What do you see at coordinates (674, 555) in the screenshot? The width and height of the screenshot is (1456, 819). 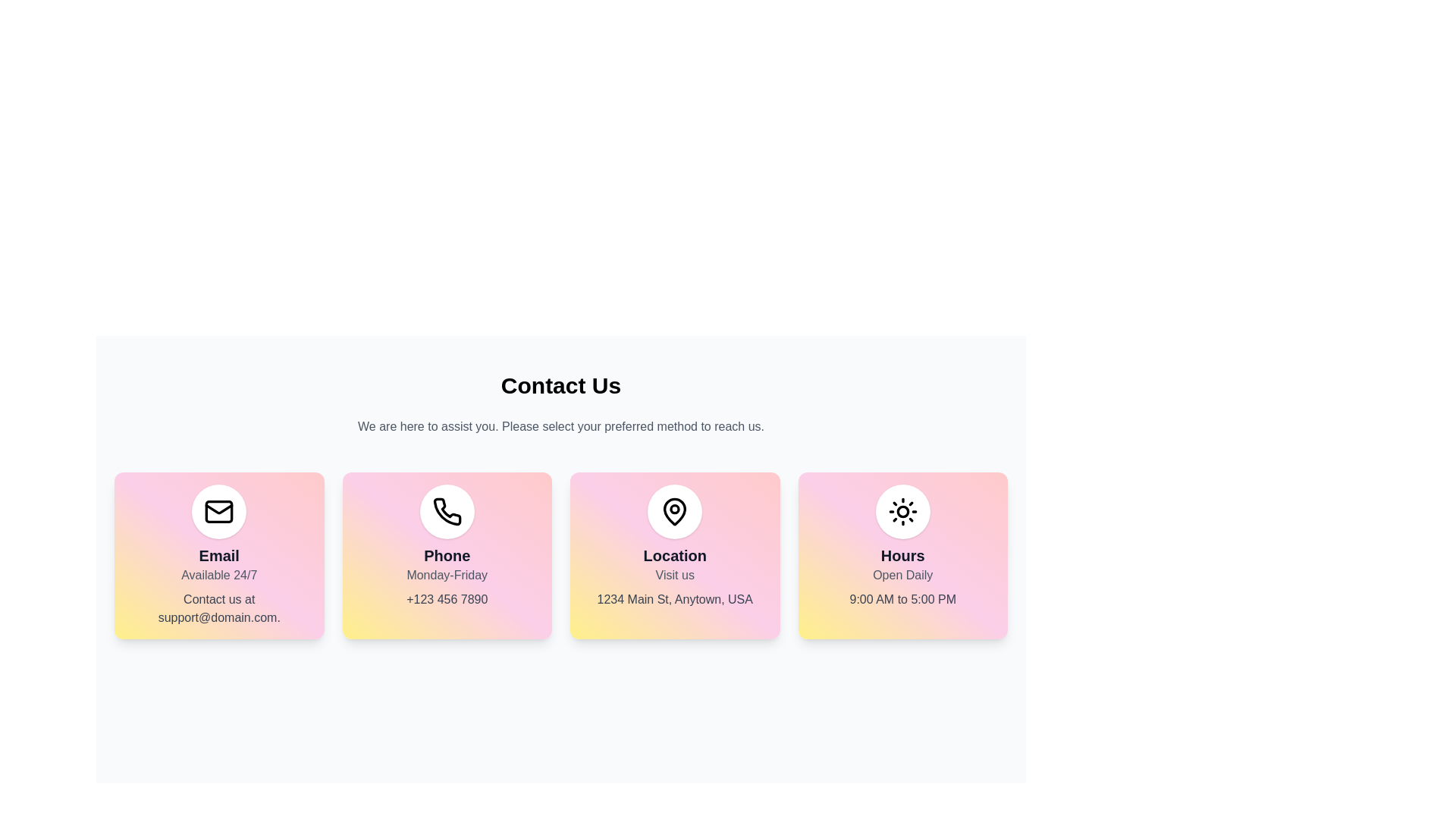 I see `the text label element displaying 'Location'` at bounding box center [674, 555].